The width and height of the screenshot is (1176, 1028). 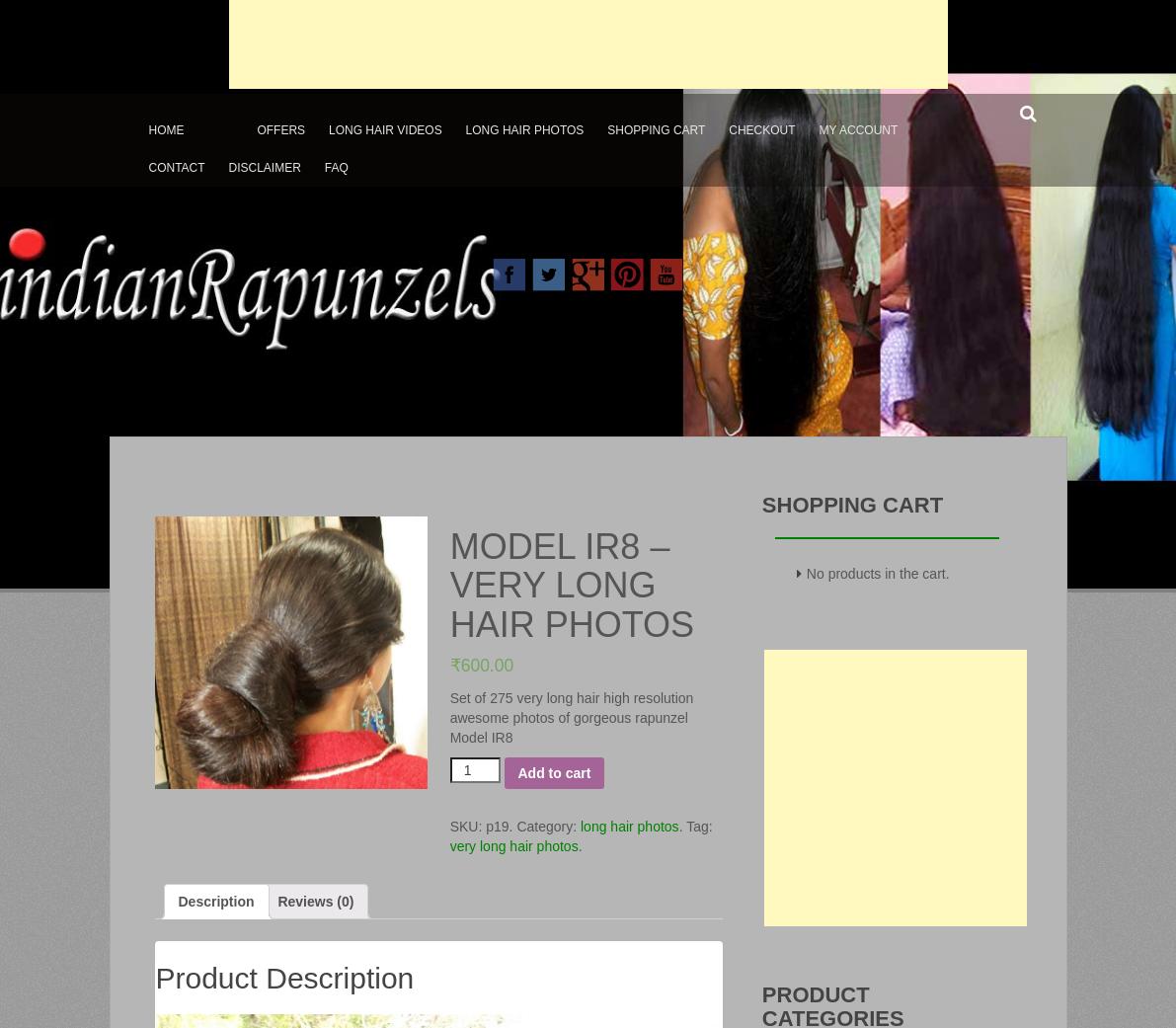 What do you see at coordinates (761, 129) in the screenshot?
I see `'Checkout'` at bounding box center [761, 129].